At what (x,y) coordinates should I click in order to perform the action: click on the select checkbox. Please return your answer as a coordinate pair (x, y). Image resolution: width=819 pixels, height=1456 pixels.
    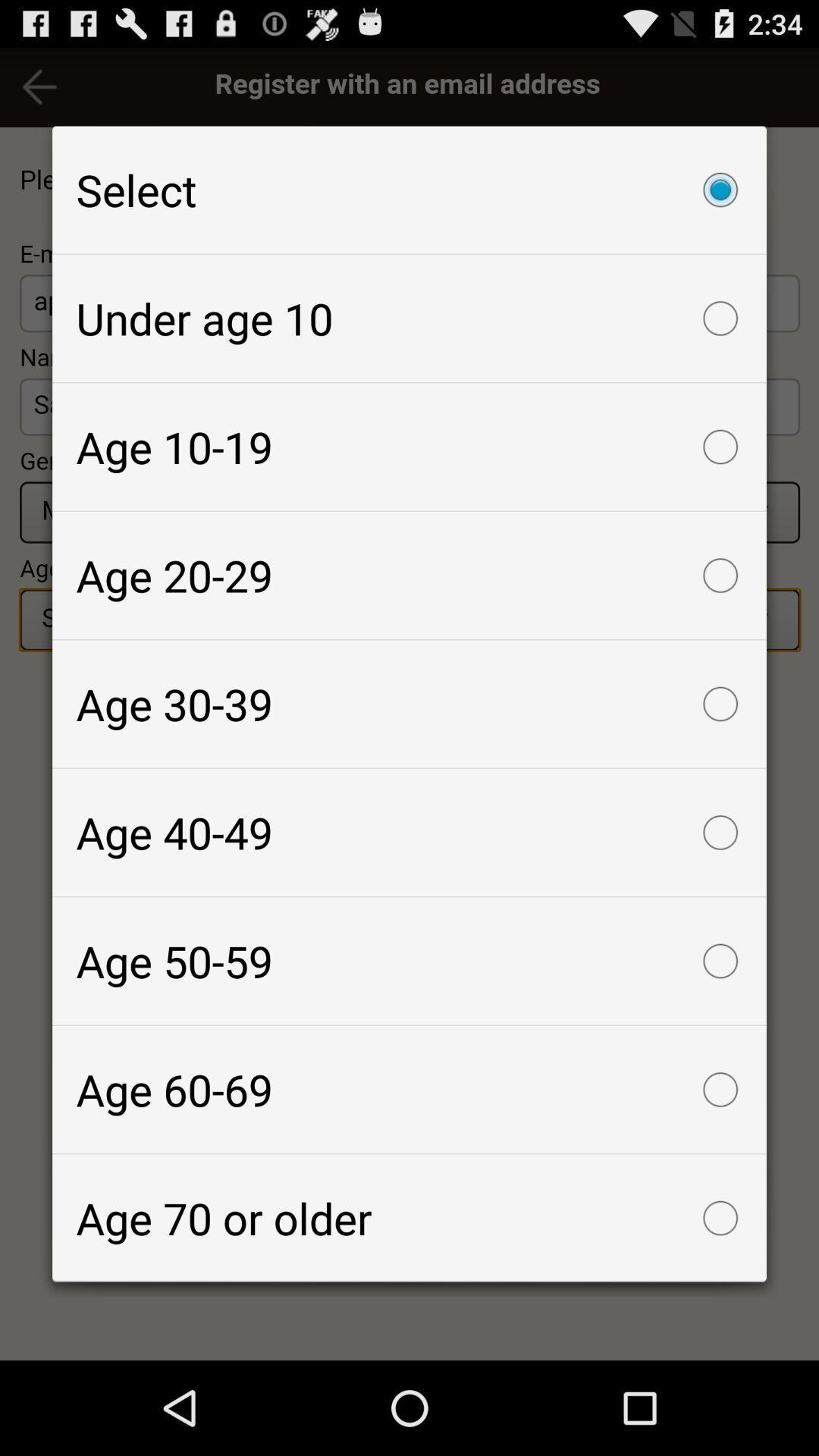
    Looking at the image, I should click on (409, 189).